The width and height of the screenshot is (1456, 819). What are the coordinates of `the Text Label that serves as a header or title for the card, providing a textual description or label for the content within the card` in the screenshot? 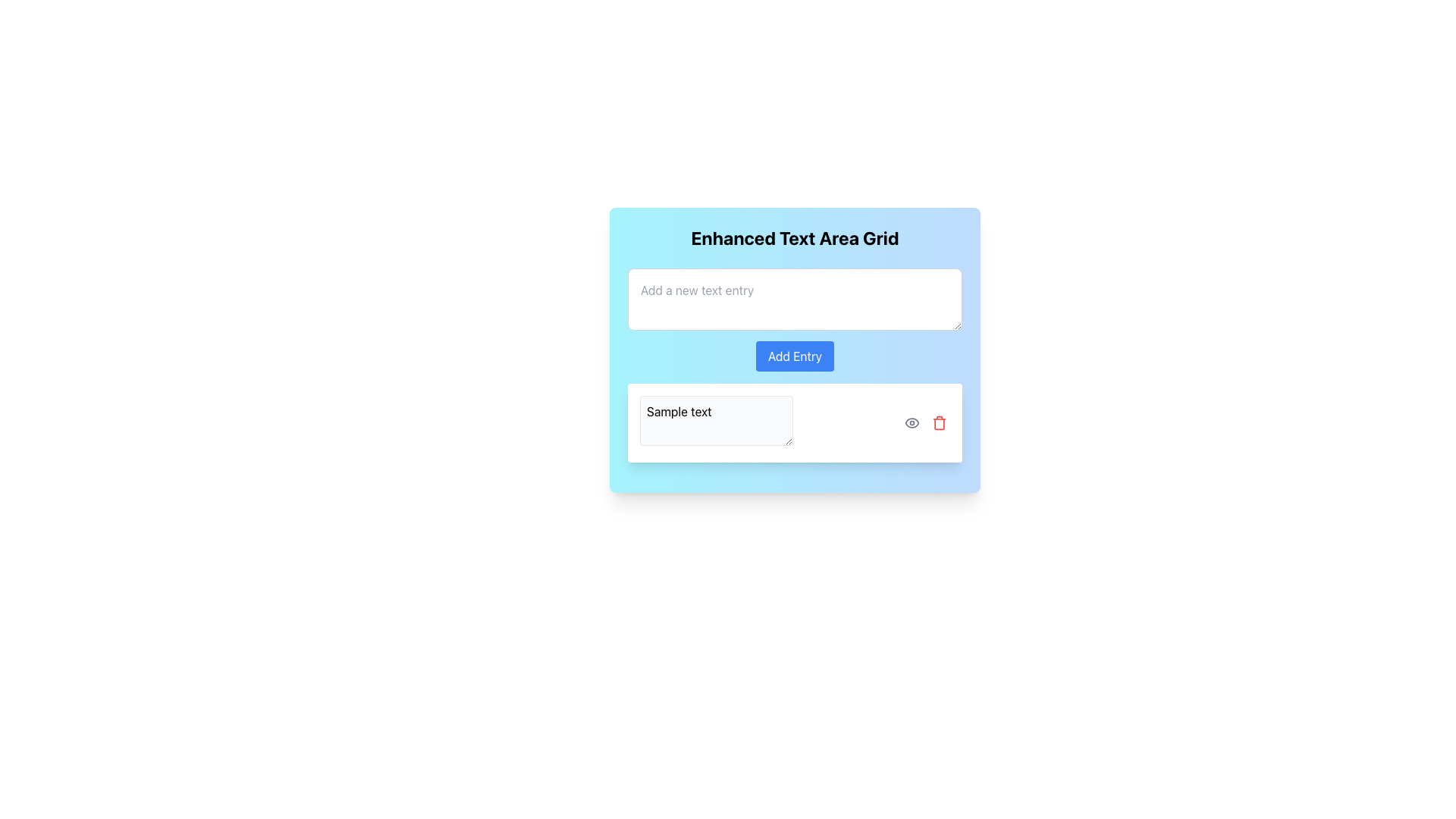 It's located at (794, 237).